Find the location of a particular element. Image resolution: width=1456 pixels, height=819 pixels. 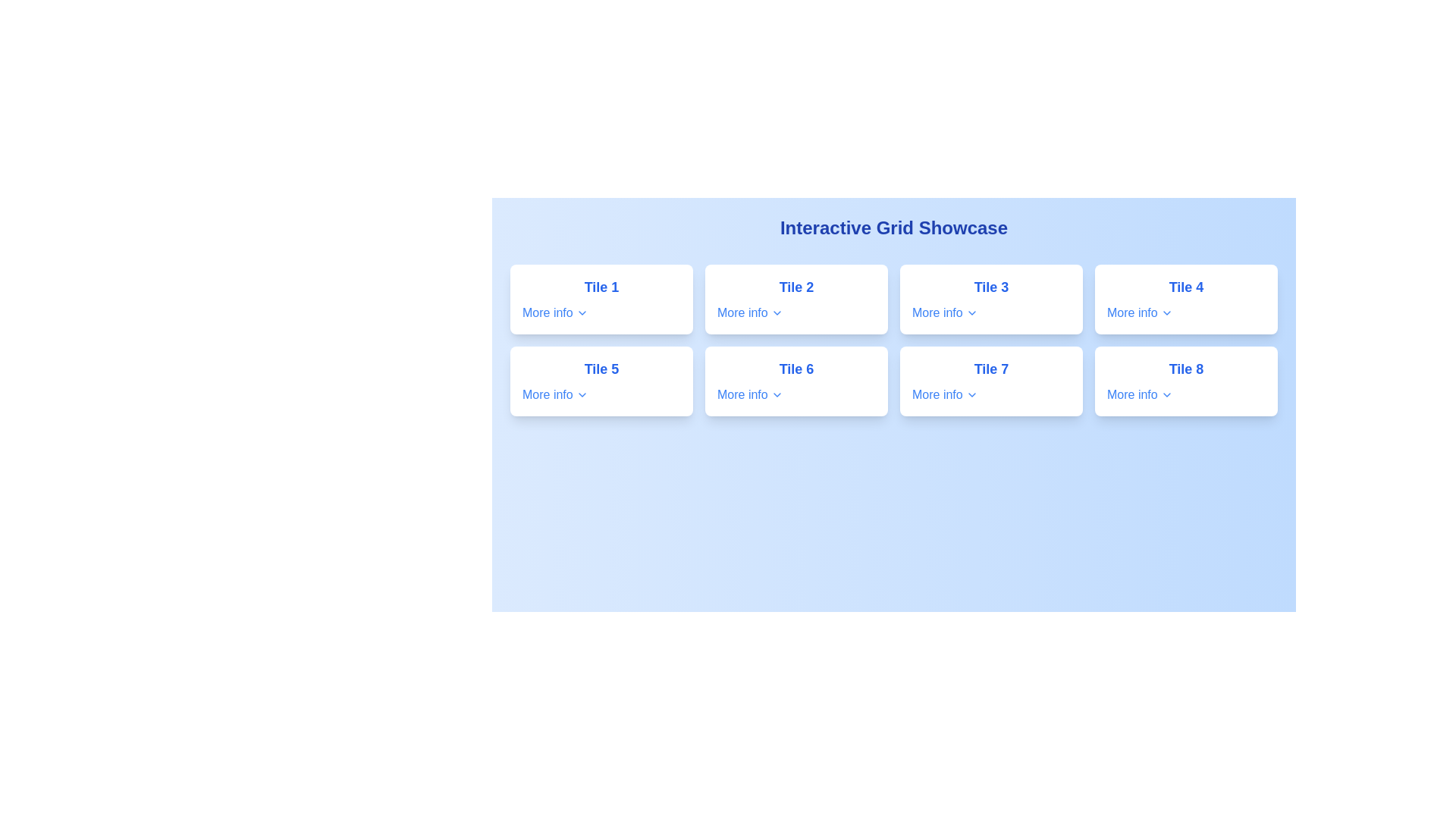

the downward arrow icon, which is part of the 'More info' label located on the far right of the fourth row in the grid layout within 'Tile 8' is located at coordinates (1166, 394).